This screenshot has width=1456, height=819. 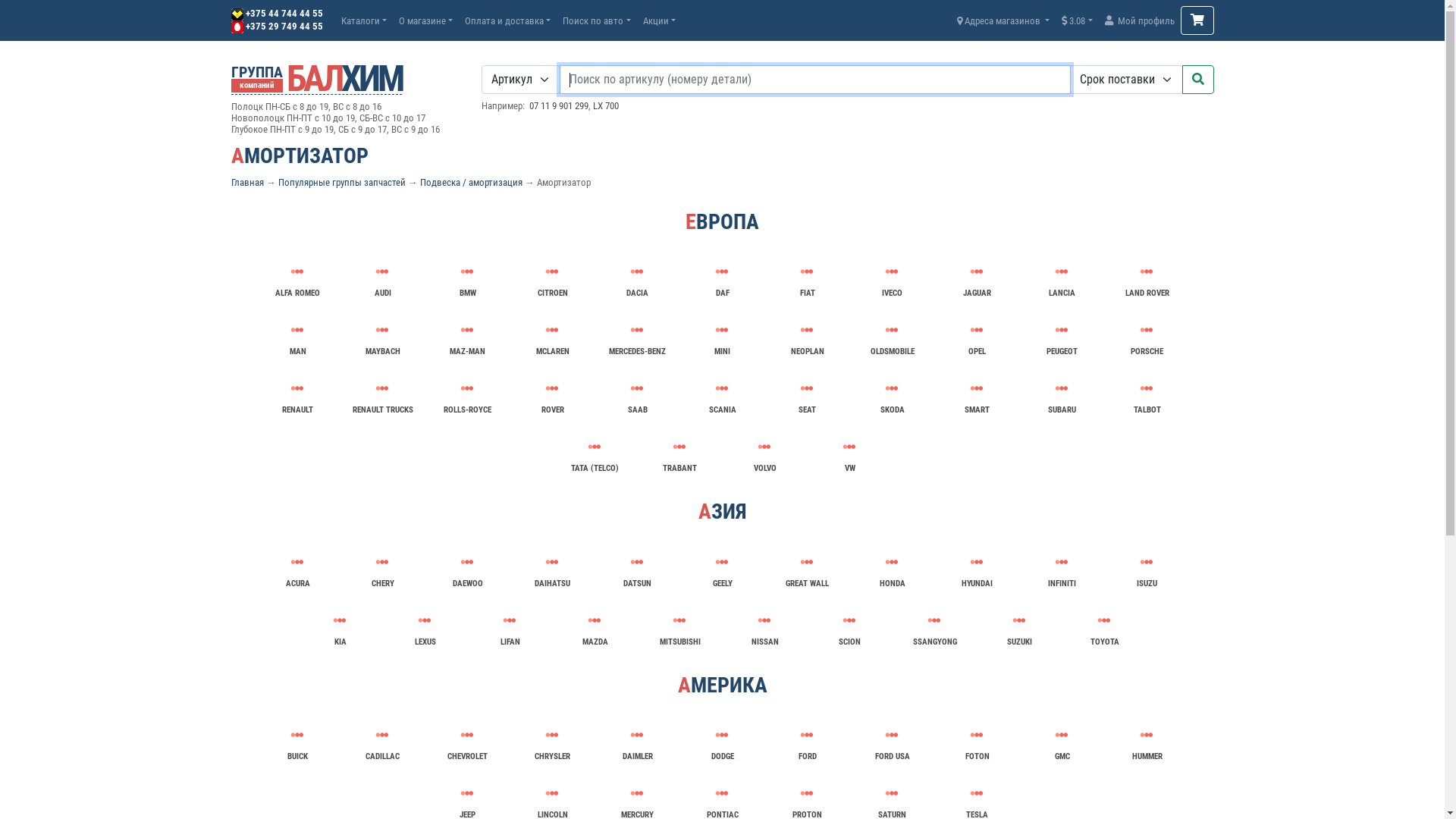 What do you see at coordinates (1046, 329) in the screenshot?
I see `'PEUGEOT'` at bounding box center [1046, 329].